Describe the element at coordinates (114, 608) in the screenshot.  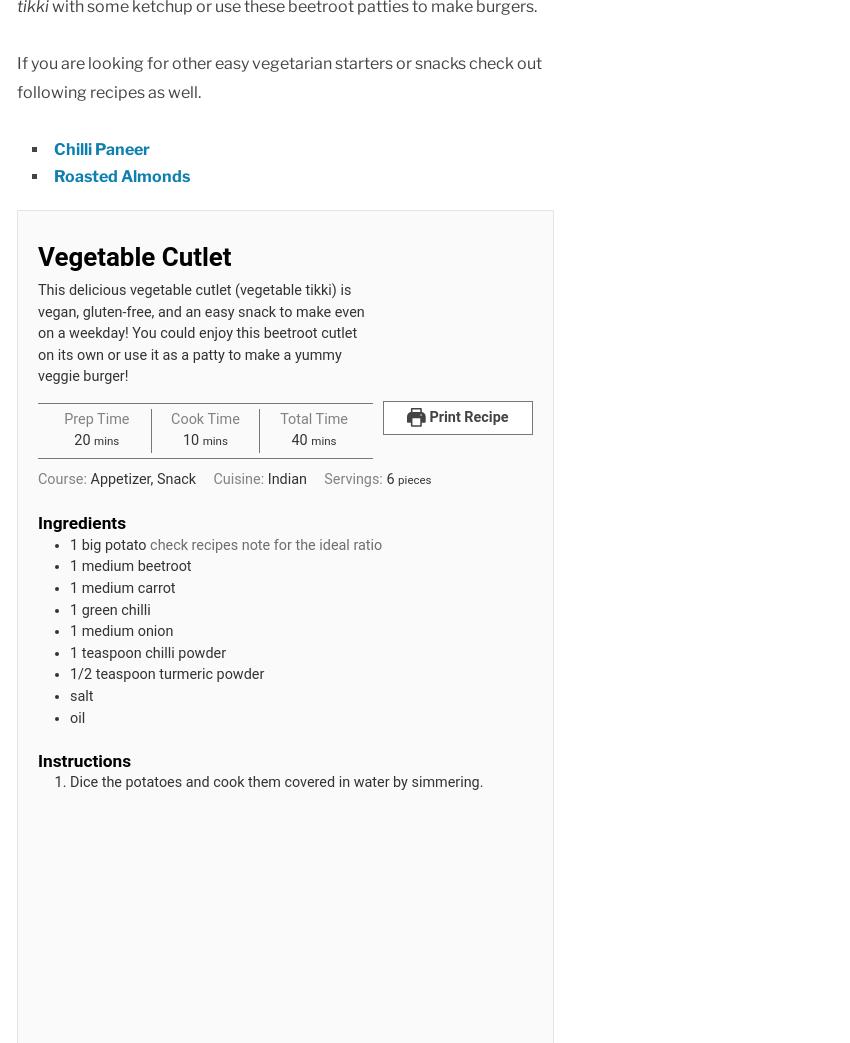
I see `'green chilli'` at that location.